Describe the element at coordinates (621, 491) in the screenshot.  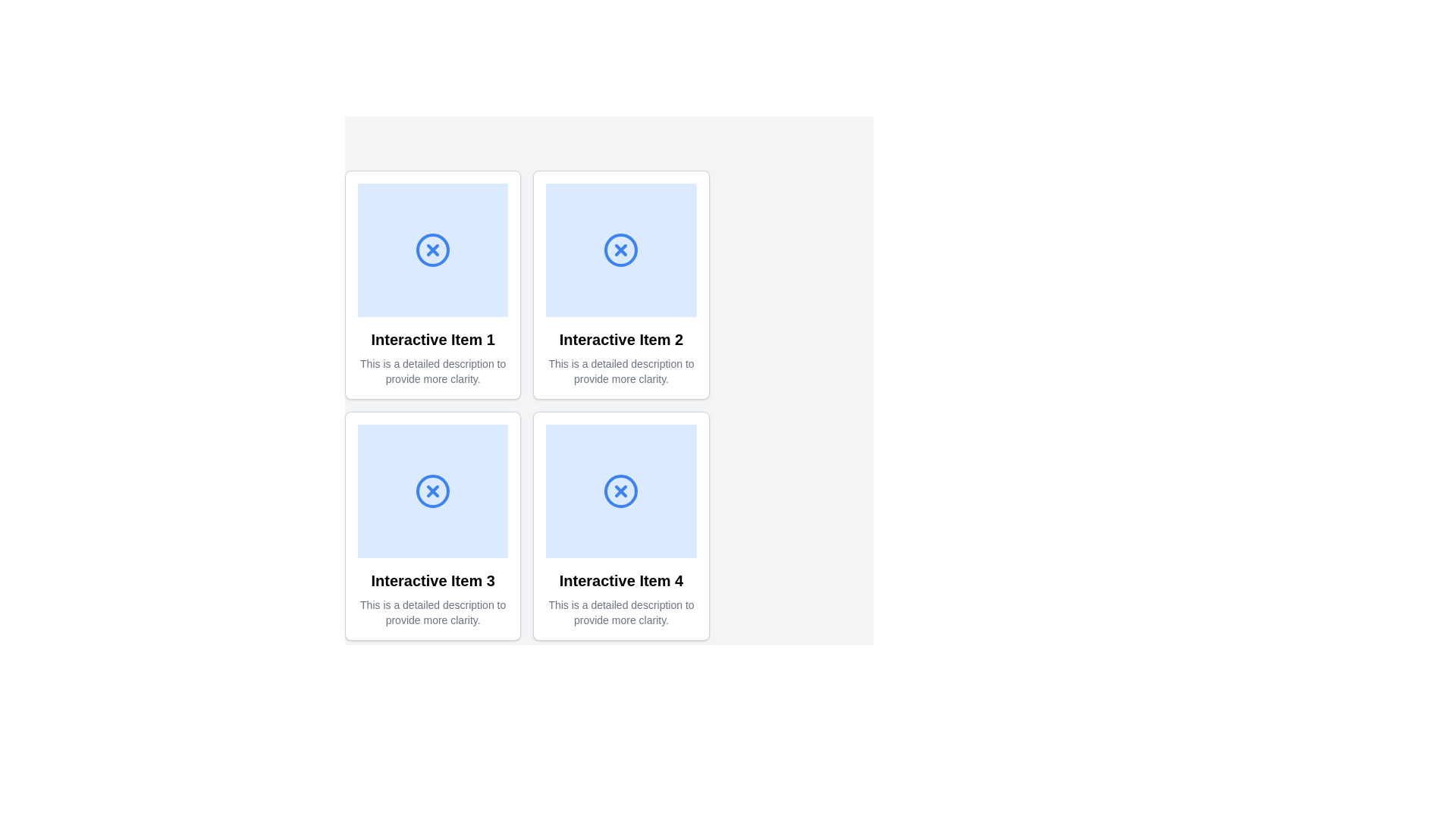
I see `the 'close' or 'cancel' SVG icon located at the top of the 'Interactive Item 4' grid card, which is styled as a decorative or status indicator` at that location.